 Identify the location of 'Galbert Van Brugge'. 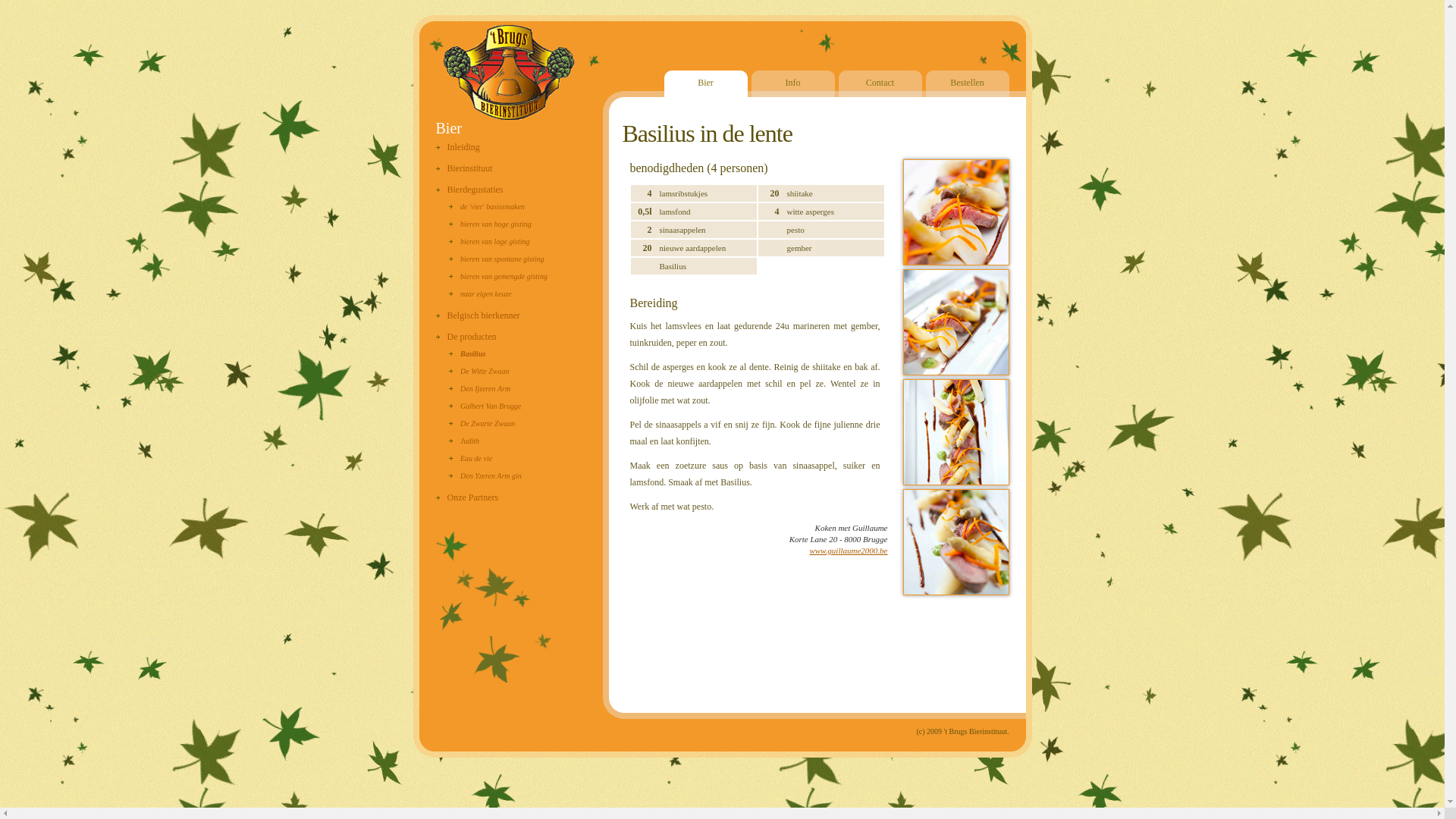
(447, 405).